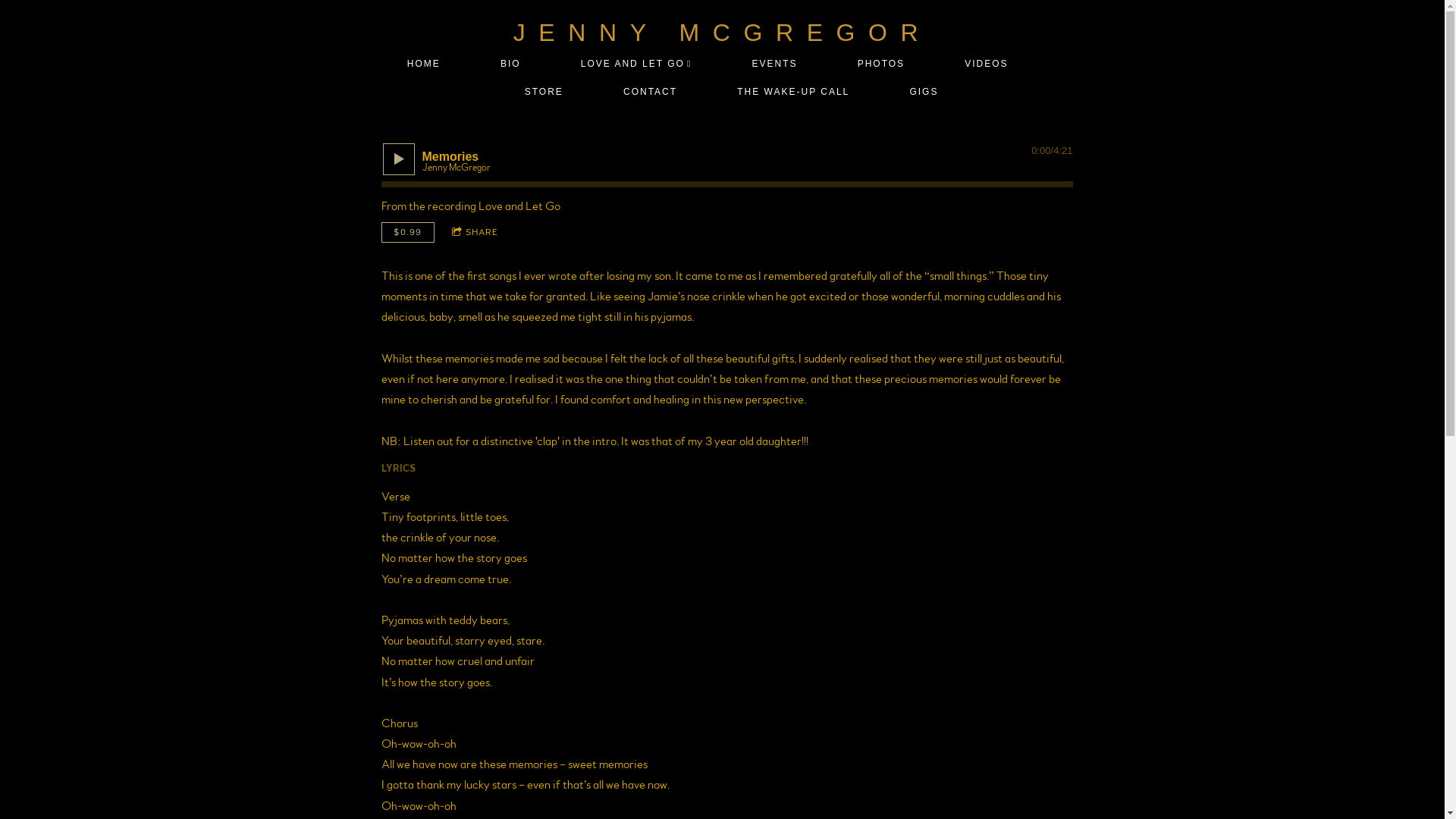 The width and height of the screenshot is (1456, 819). What do you see at coordinates (474, 232) in the screenshot?
I see `'SHARE'` at bounding box center [474, 232].